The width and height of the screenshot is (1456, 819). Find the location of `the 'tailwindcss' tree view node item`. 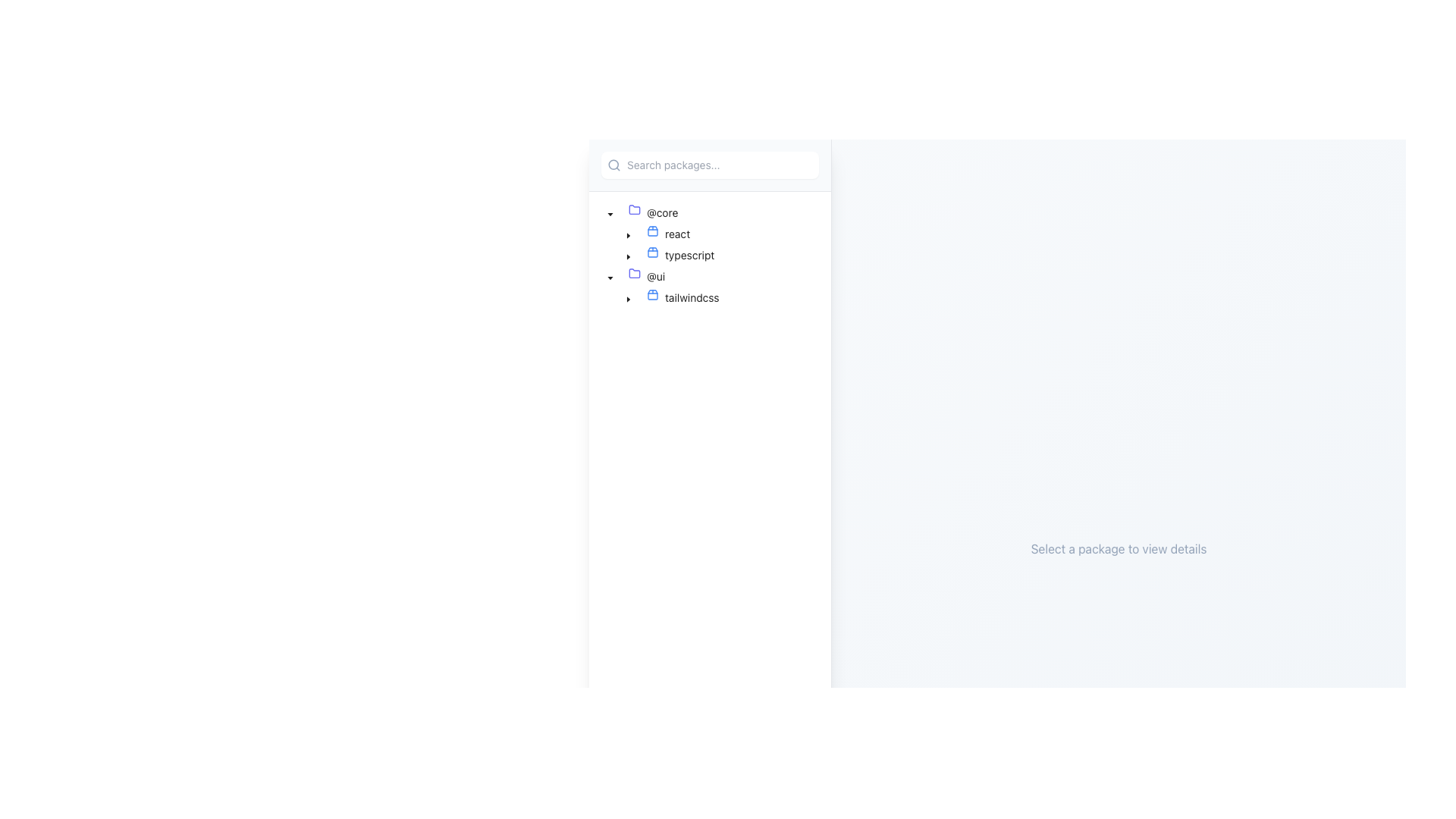

the 'tailwindcss' tree view node item is located at coordinates (663, 298).